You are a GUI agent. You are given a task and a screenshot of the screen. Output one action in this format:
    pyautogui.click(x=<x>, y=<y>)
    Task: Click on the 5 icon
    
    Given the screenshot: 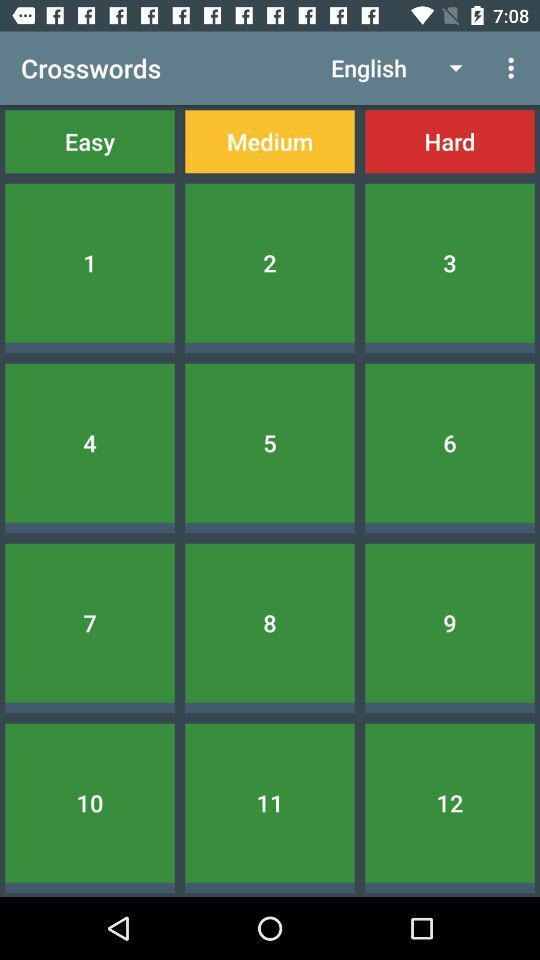 What is the action you would take?
    pyautogui.click(x=270, y=443)
    